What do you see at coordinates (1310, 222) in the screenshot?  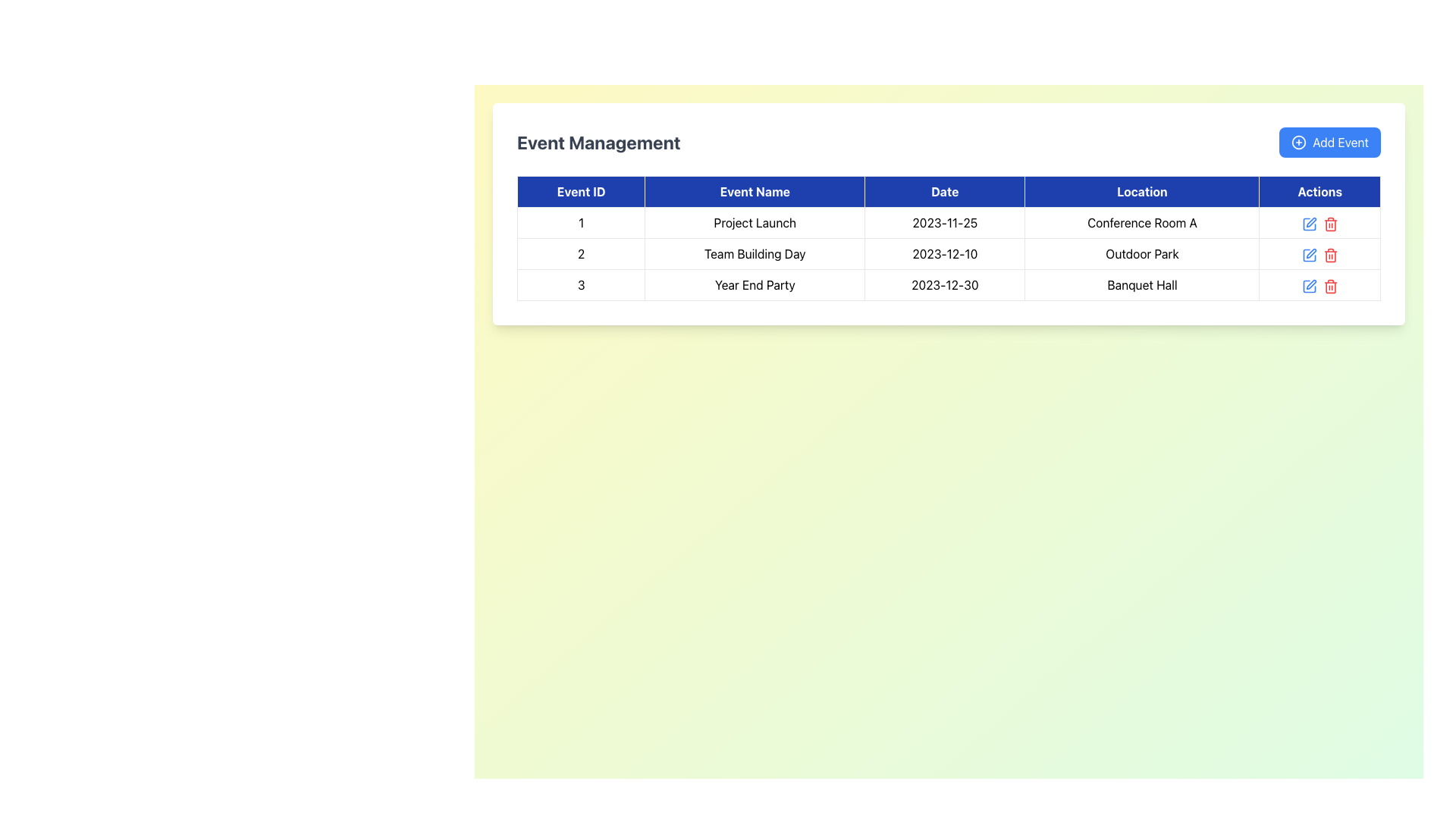 I see `the Edit function icon located in the Actions column of the first row of the table` at bounding box center [1310, 222].